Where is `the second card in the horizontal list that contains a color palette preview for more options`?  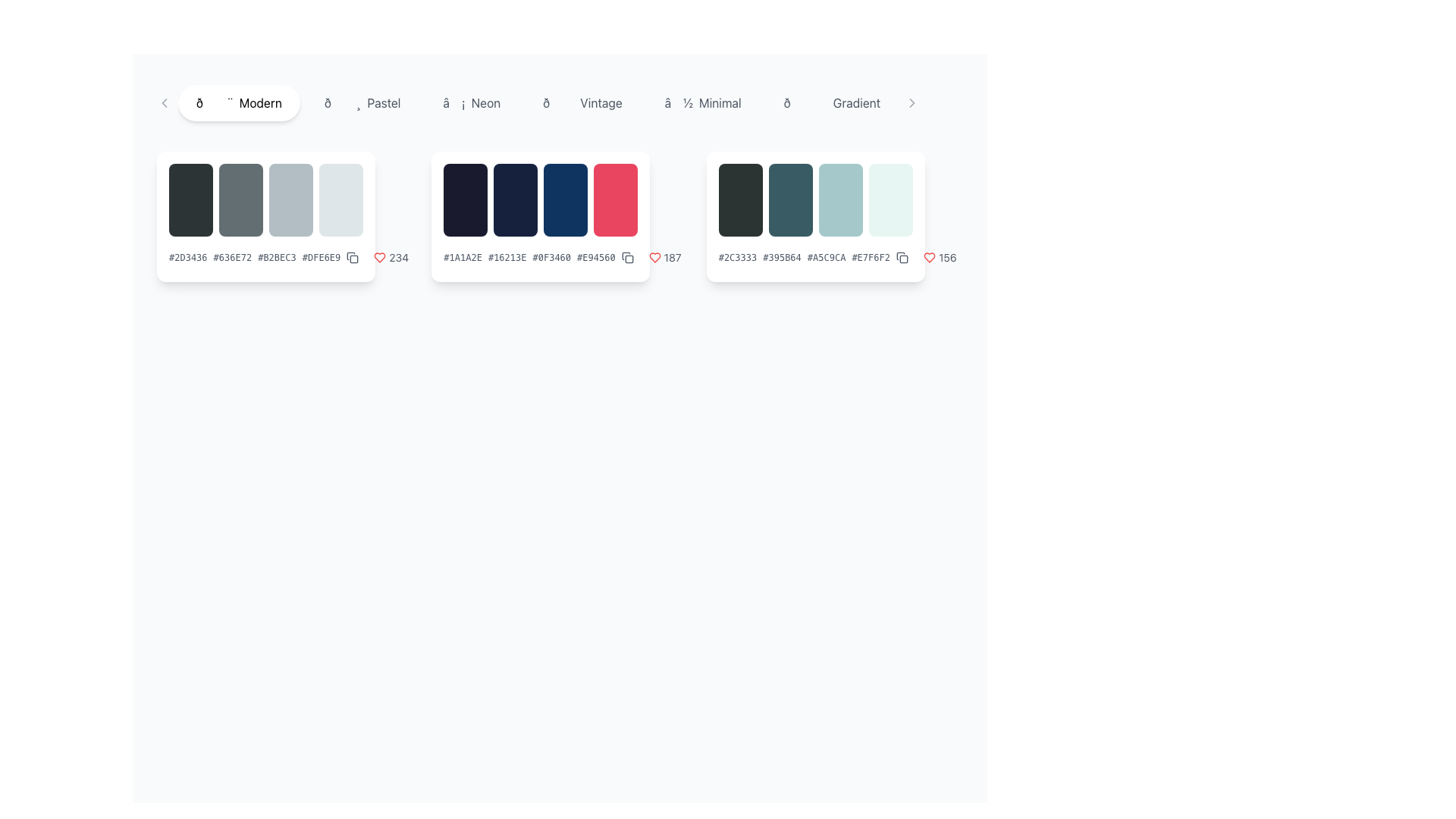 the second card in the horizontal list that contains a color palette preview for more options is located at coordinates (541, 216).